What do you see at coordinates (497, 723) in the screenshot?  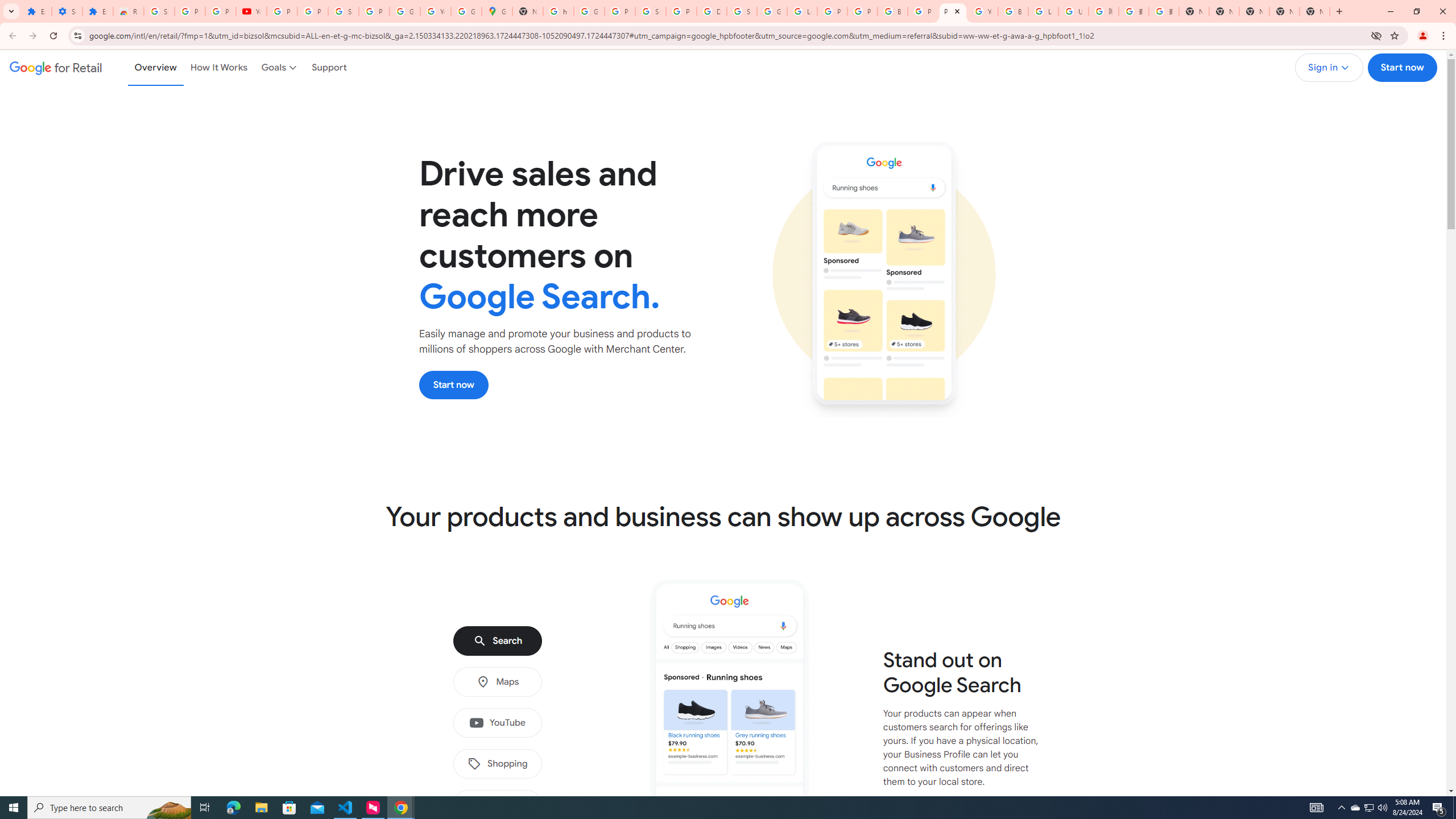 I see `'YouTube'` at bounding box center [497, 723].